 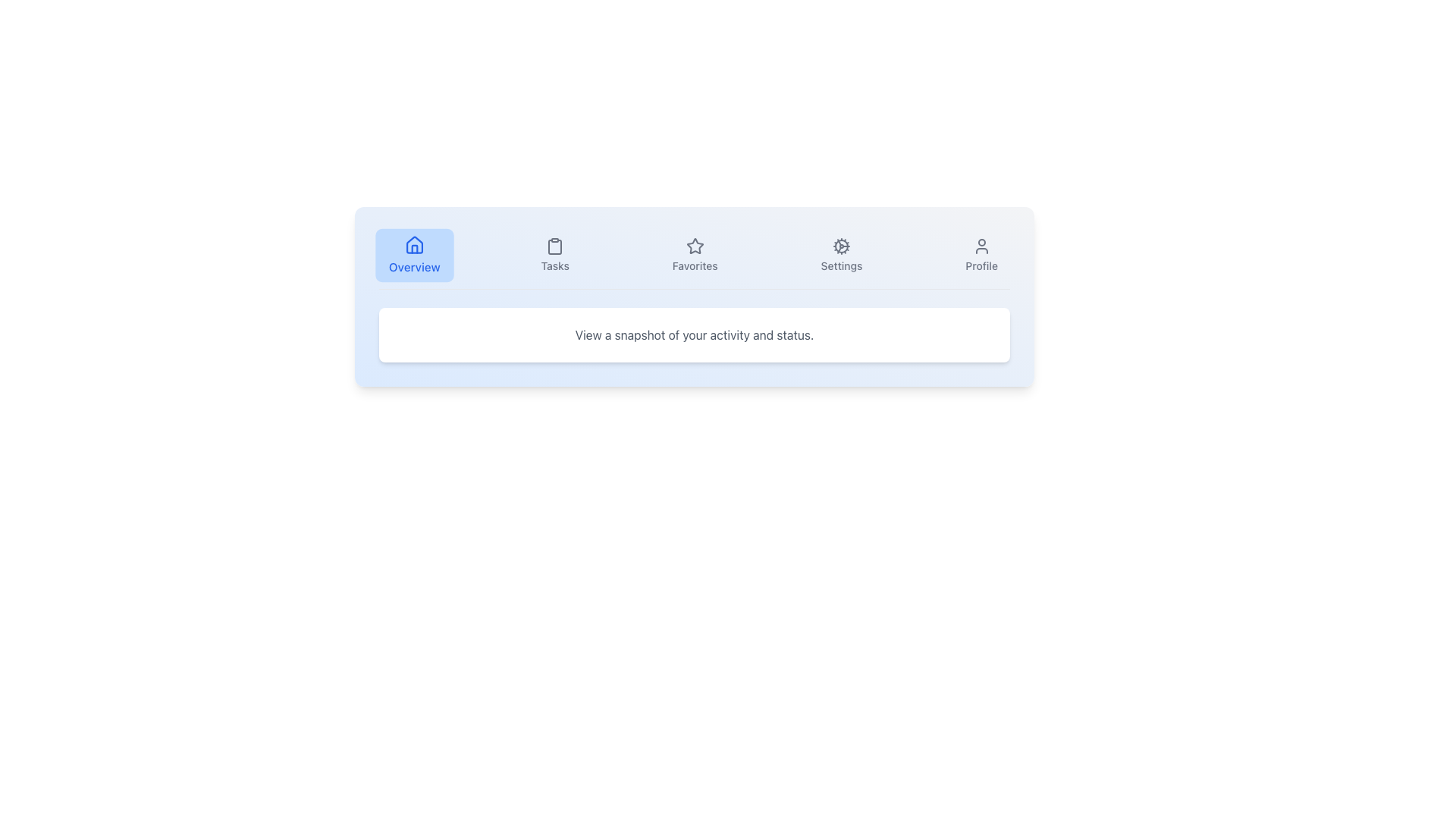 What do you see at coordinates (841, 265) in the screenshot?
I see `the 'Settings' text label located beneath the cogwheel icon in the horizontal navigation menu near the upper-center of the interface` at bounding box center [841, 265].